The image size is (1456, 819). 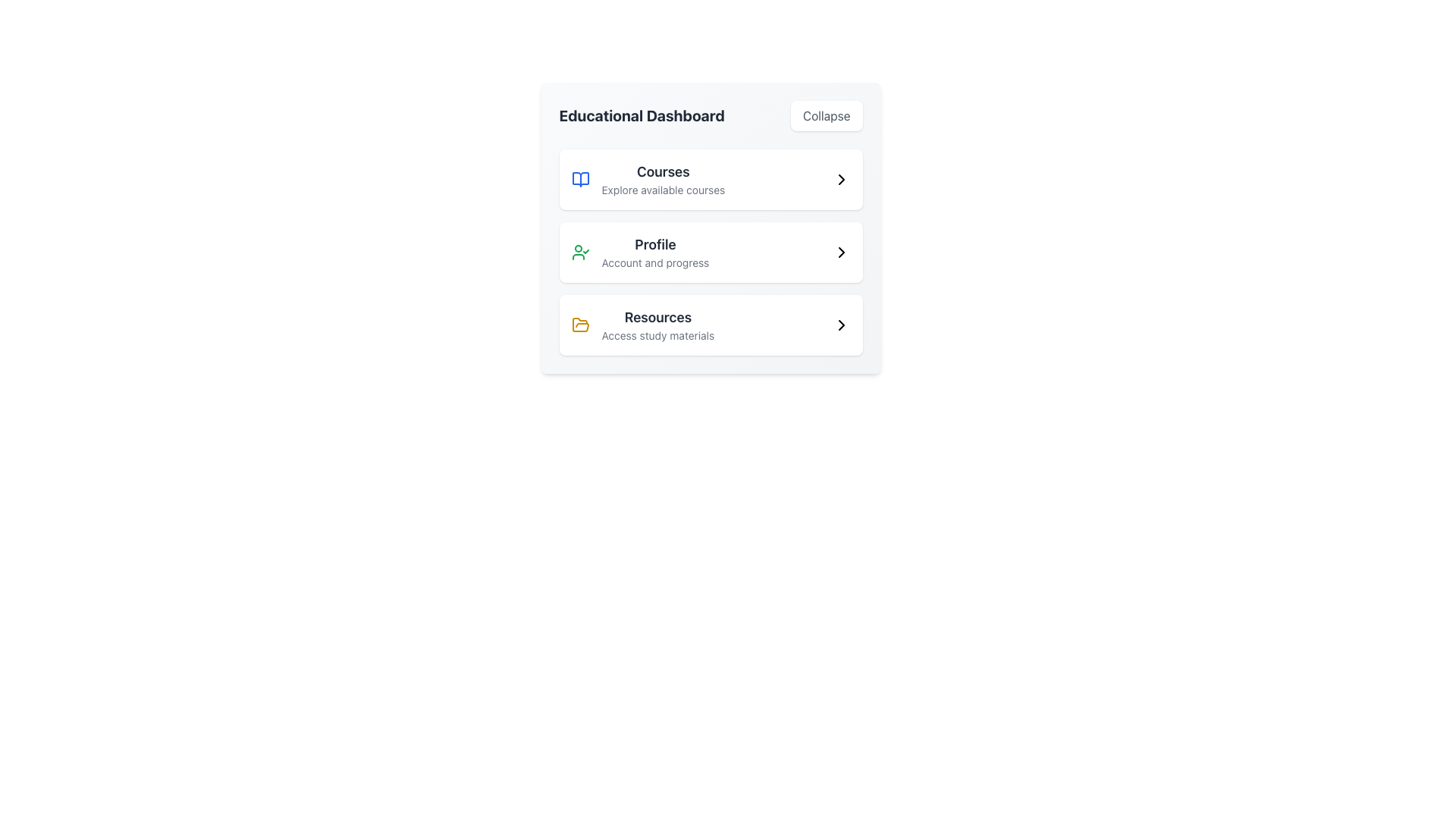 I want to click on the Profile button located in the Educational Dashboard, which is the second button in a vertical list of three buttons, so click(x=710, y=251).